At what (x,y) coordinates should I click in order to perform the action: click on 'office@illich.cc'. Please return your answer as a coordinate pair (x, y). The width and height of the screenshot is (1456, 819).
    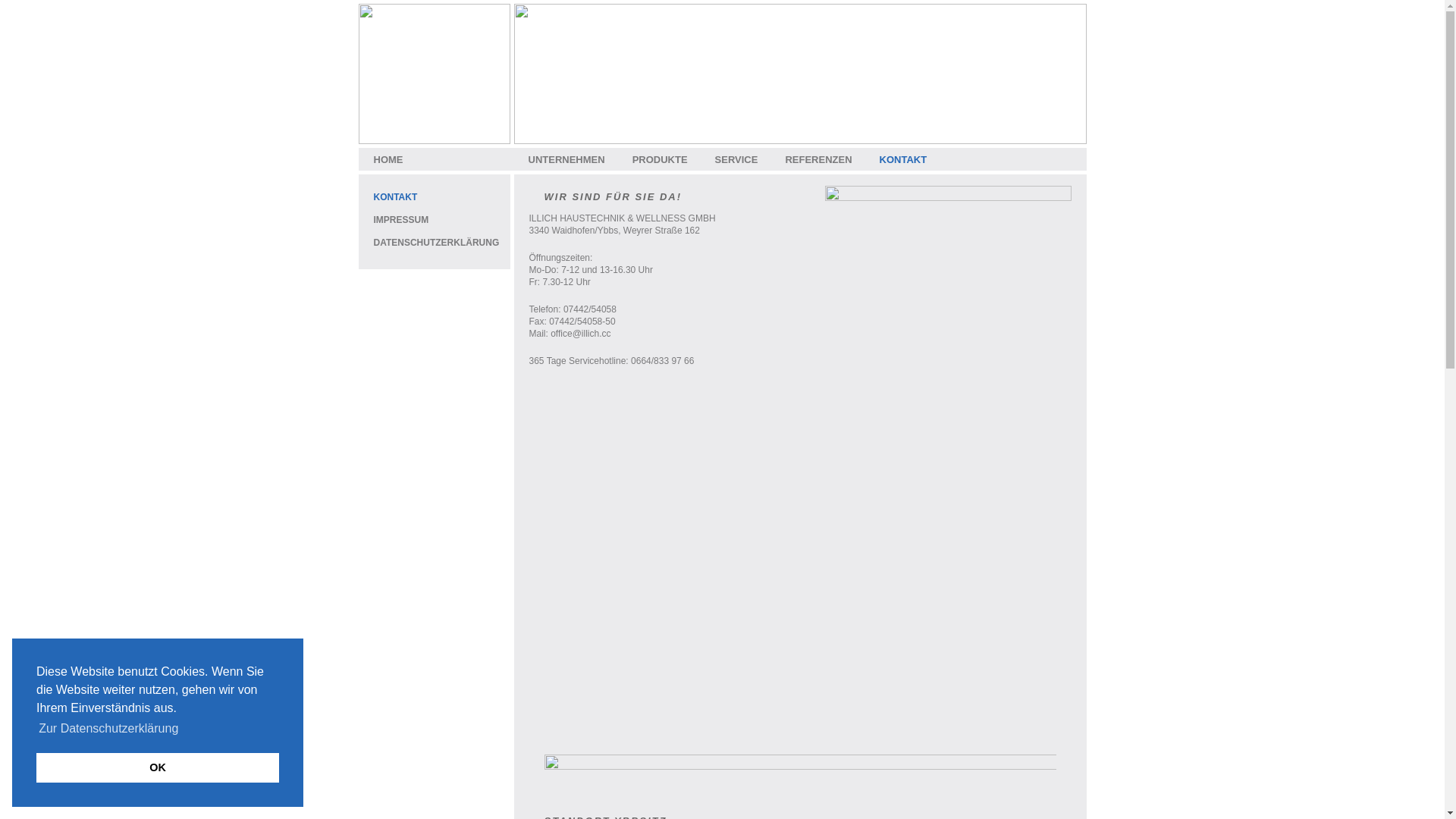
    Looking at the image, I should click on (579, 332).